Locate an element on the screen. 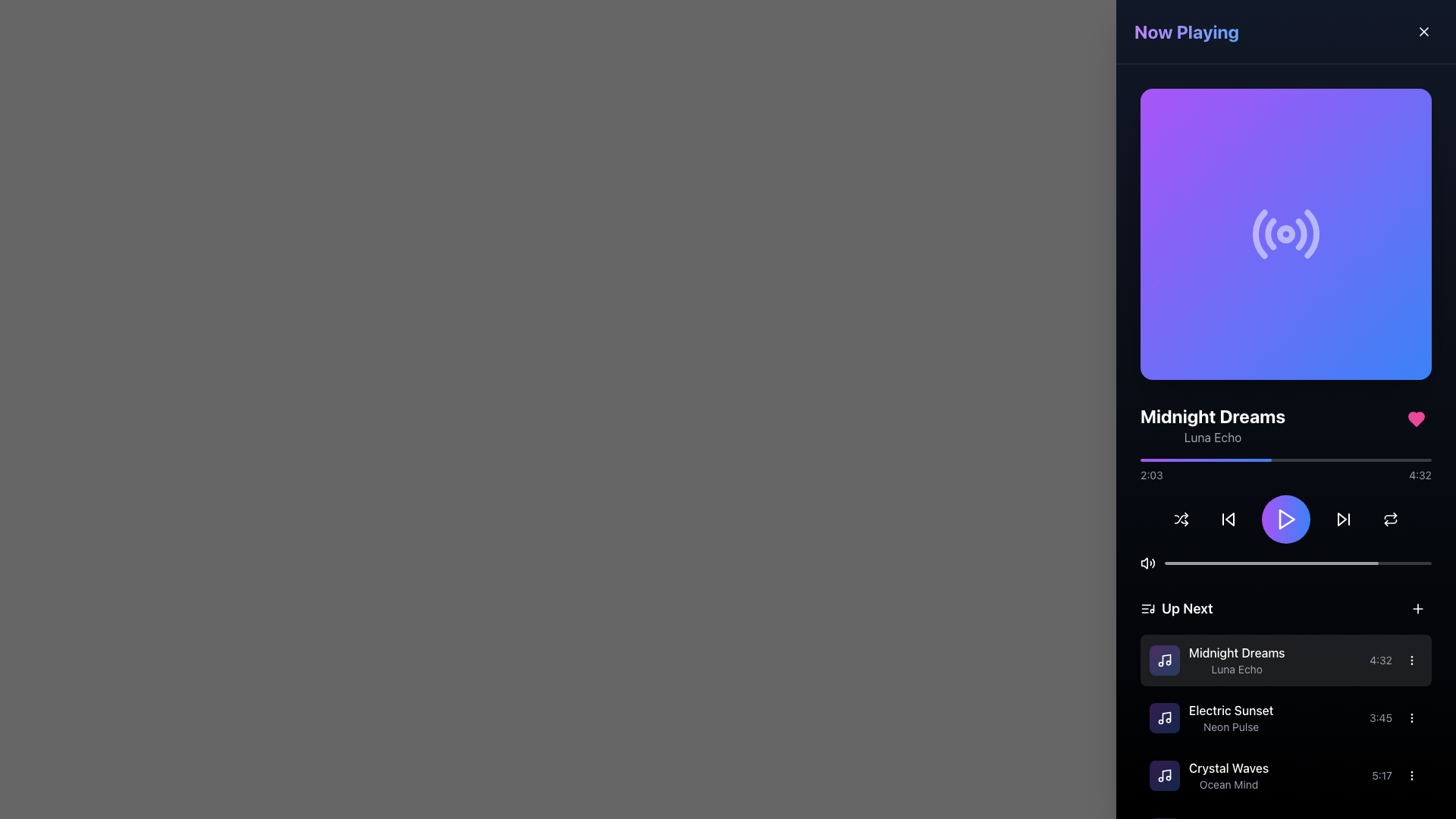 Image resolution: width=1456 pixels, height=819 pixels. the favorite button located at the top-right corner of the song details section is located at coordinates (1415, 419).